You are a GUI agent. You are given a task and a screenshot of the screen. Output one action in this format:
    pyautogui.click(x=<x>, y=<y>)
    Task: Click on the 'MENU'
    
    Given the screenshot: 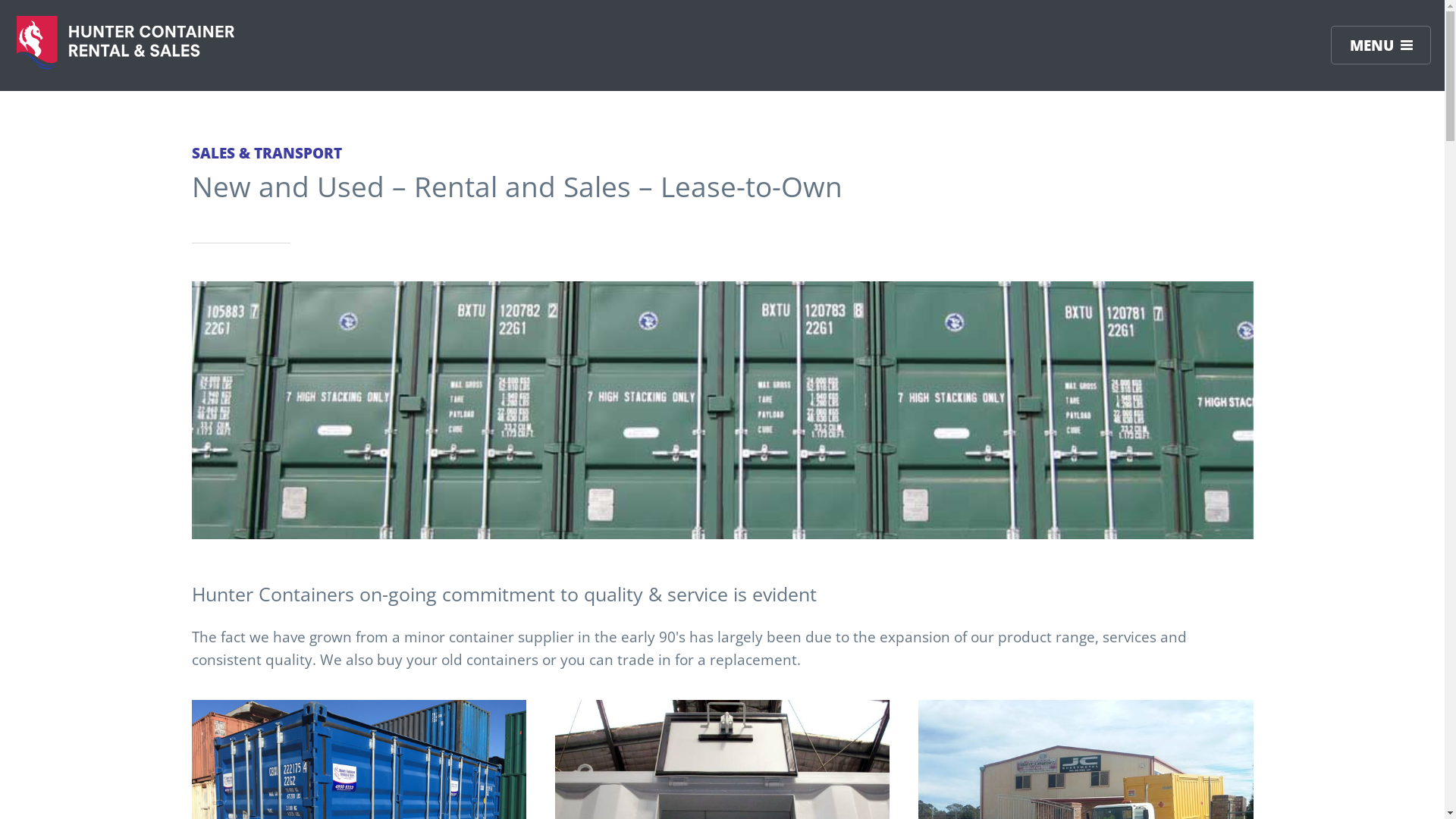 What is the action you would take?
    pyautogui.click(x=1331, y=44)
    